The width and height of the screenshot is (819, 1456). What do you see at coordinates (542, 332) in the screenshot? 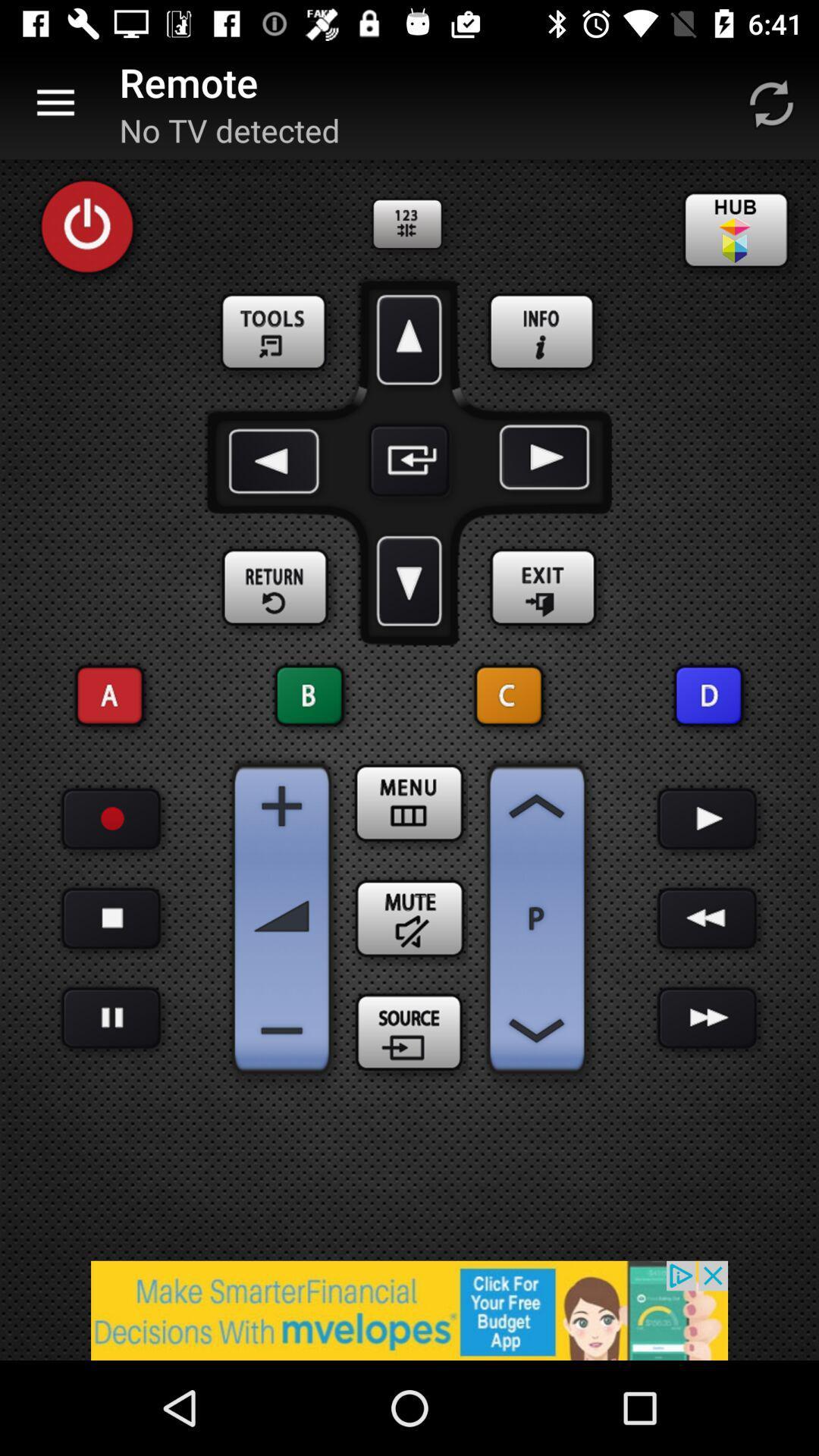
I see `show more info` at bounding box center [542, 332].